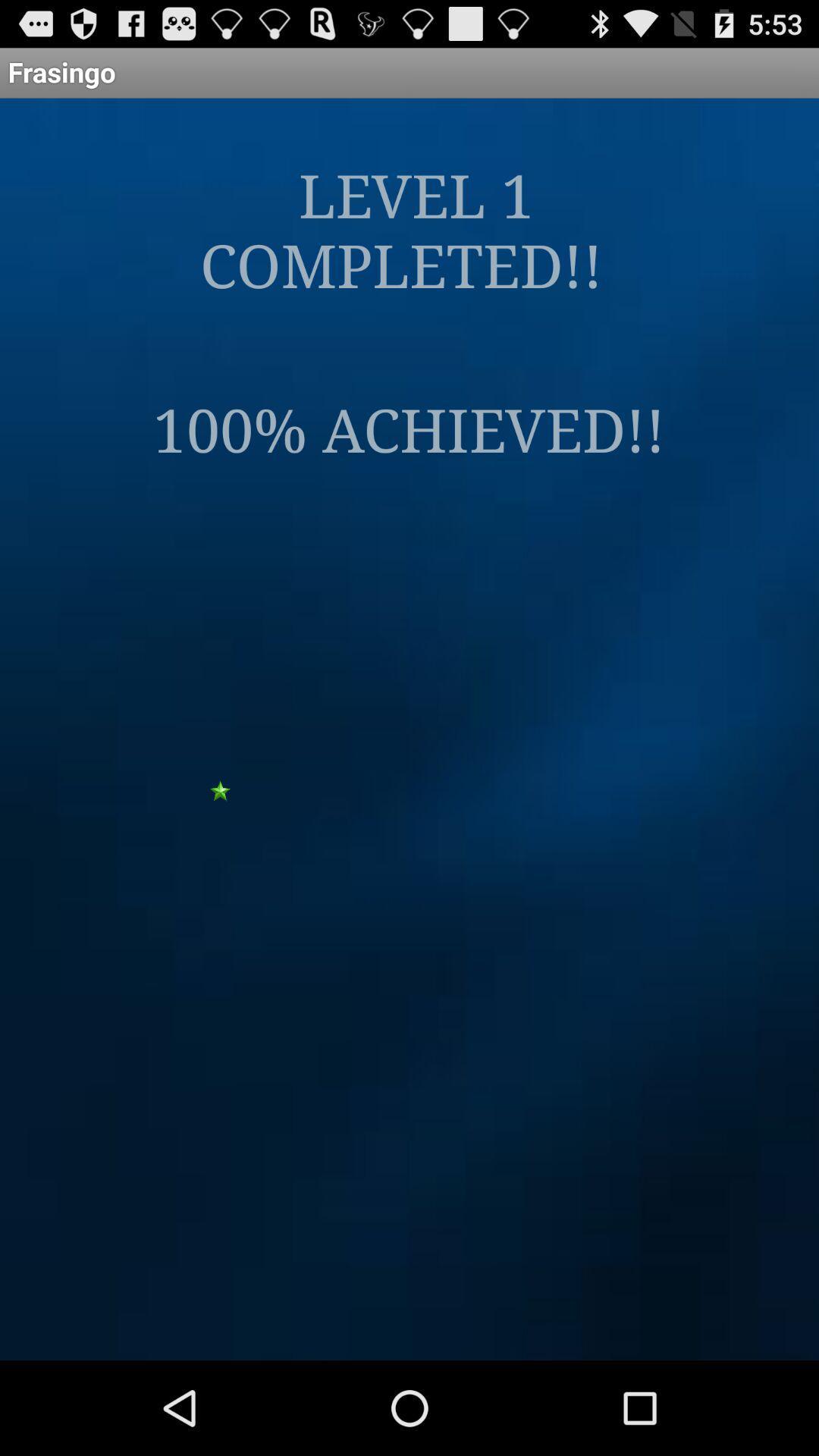 Image resolution: width=819 pixels, height=1456 pixels. What do you see at coordinates (408, 427) in the screenshot?
I see `100% achieved!!  icon` at bounding box center [408, 427].